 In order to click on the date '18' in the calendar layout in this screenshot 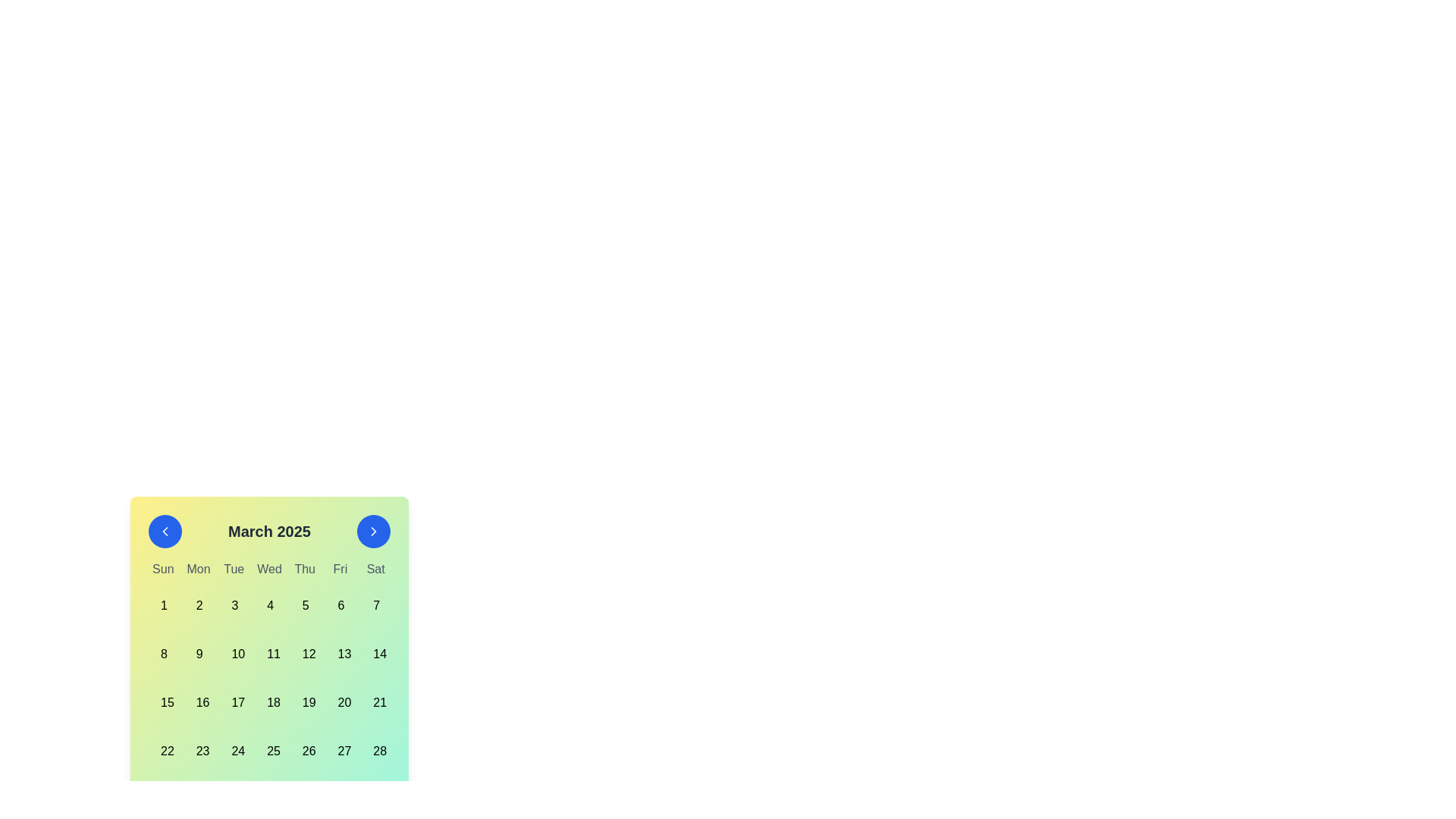, I will do `click(269, 702)`.